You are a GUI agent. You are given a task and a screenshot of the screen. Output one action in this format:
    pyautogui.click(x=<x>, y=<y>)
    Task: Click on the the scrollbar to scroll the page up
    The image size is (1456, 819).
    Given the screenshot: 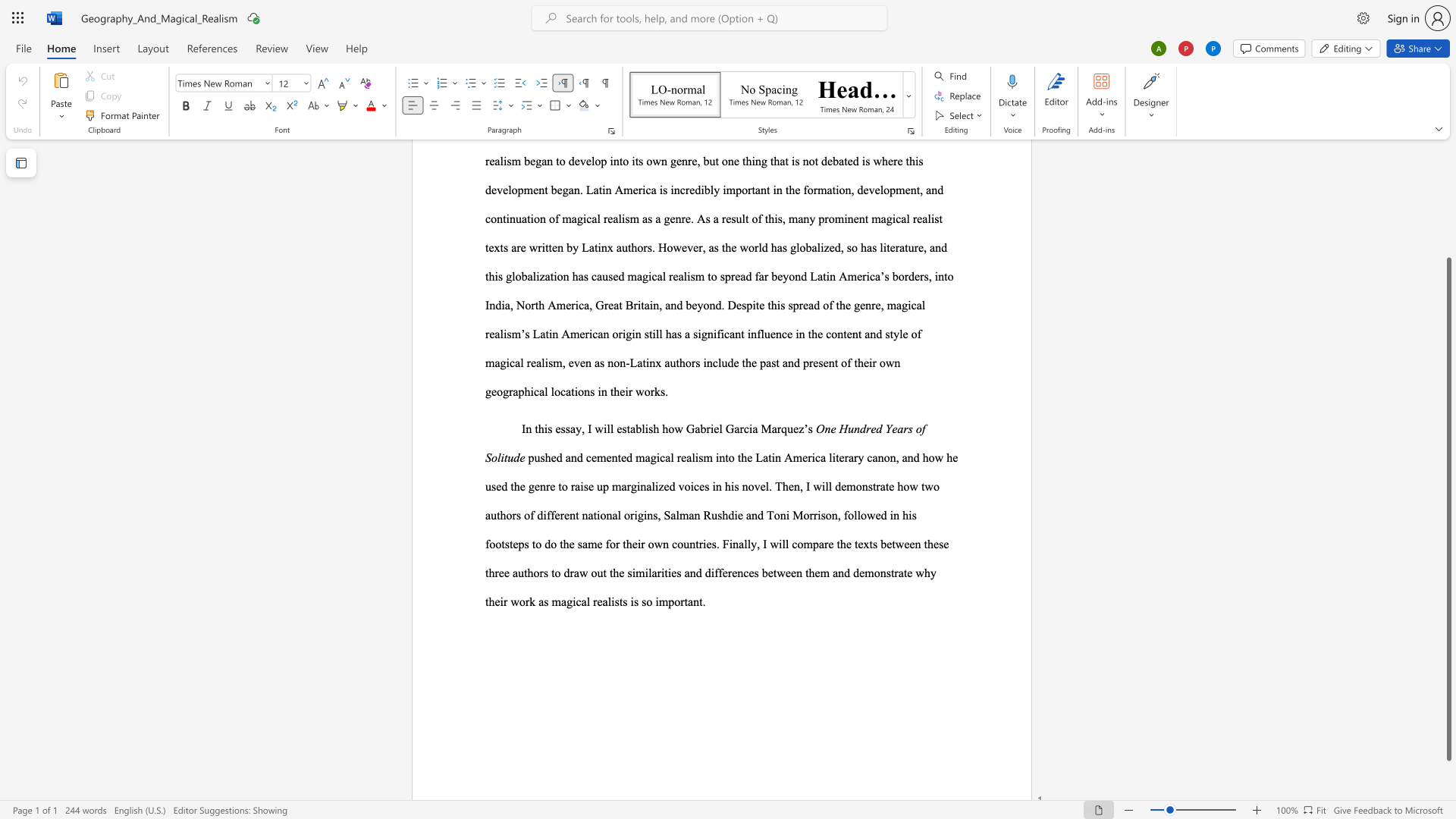 What is the action you would take?
    pyautogui.click(x=1448, y=219)
    